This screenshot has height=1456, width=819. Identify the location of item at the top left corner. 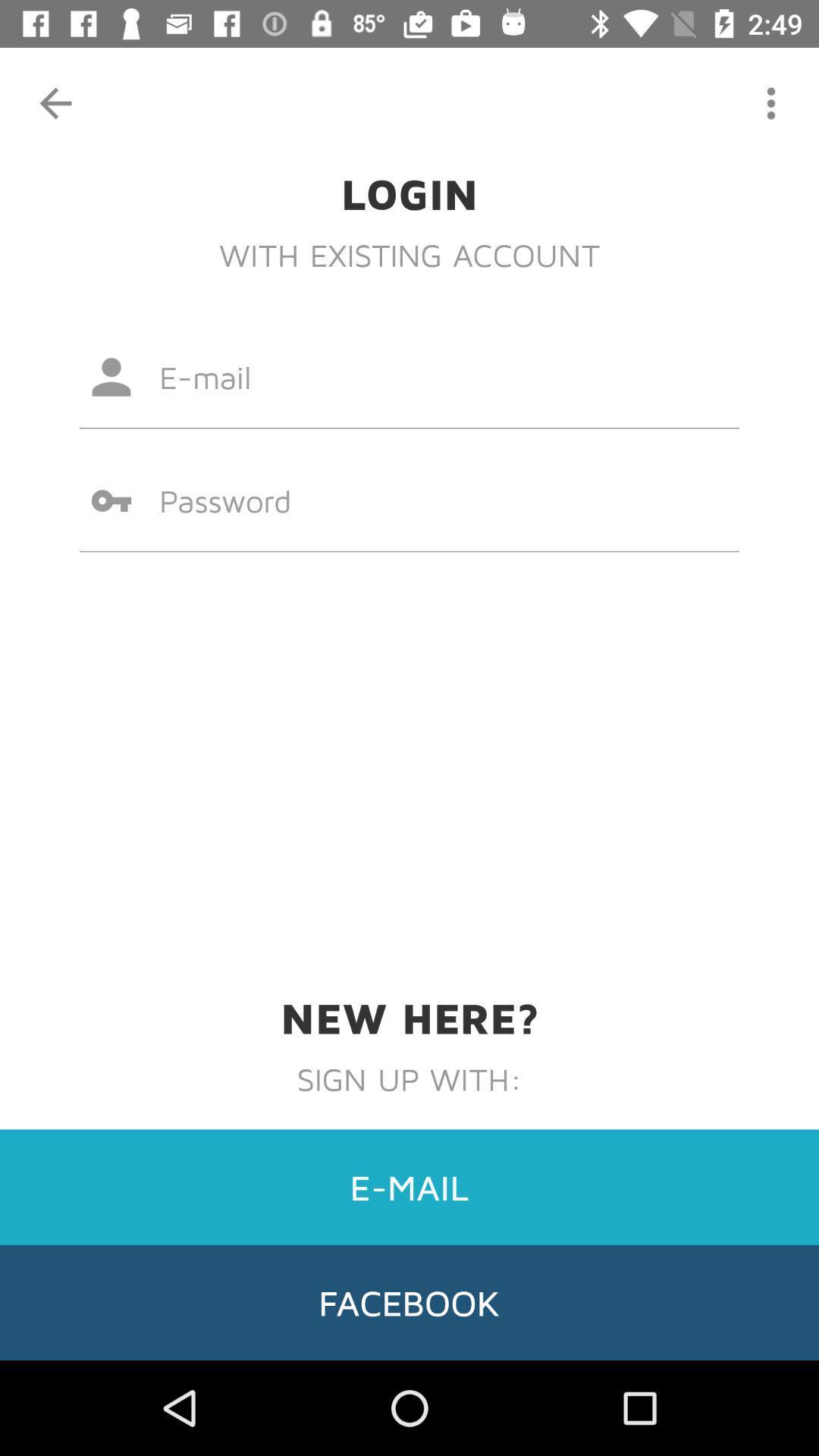
(55, 102).